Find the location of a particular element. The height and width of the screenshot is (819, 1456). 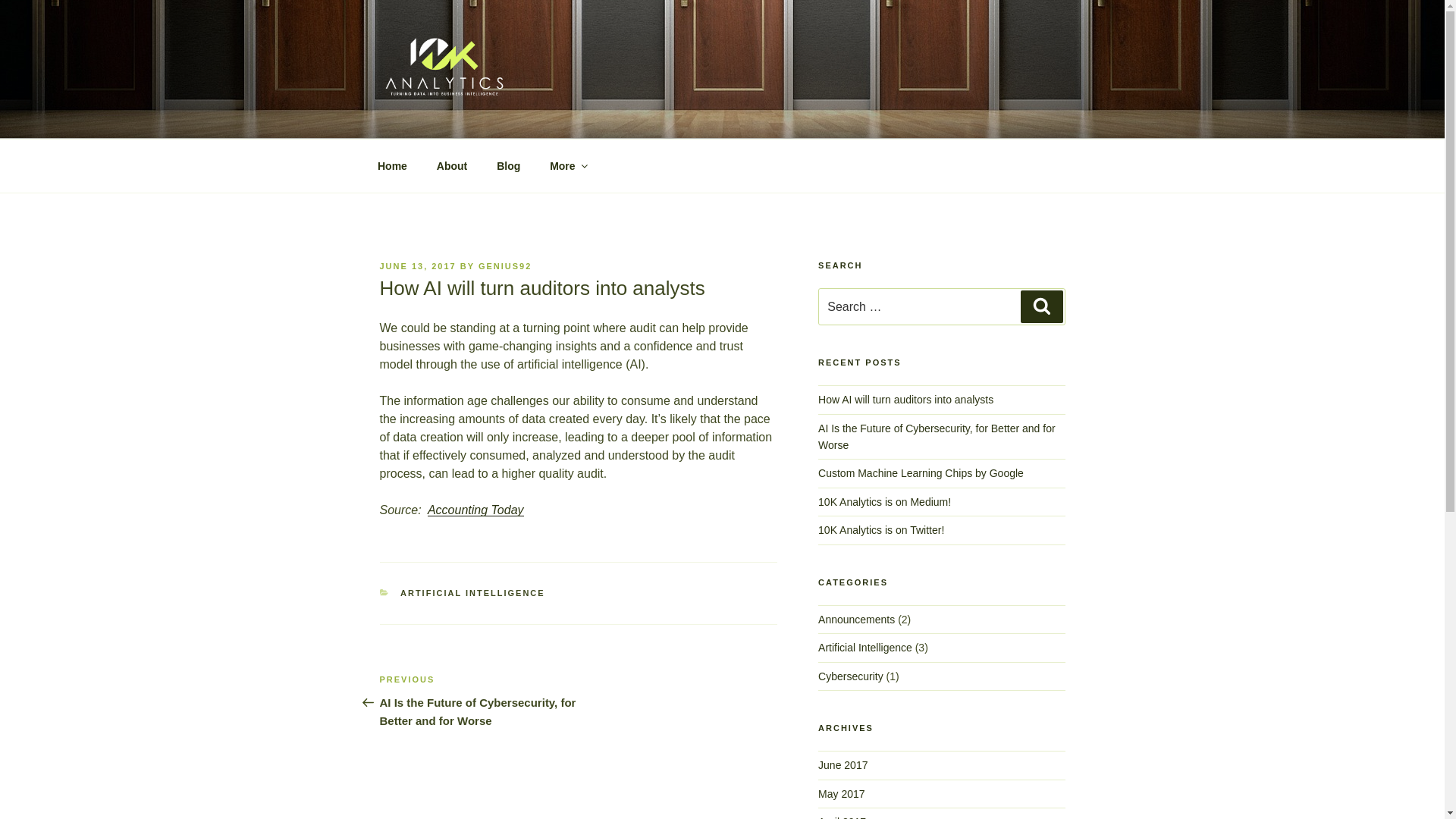

'How AI will turn auditors into analysts' is located at coordinates (905, 399).